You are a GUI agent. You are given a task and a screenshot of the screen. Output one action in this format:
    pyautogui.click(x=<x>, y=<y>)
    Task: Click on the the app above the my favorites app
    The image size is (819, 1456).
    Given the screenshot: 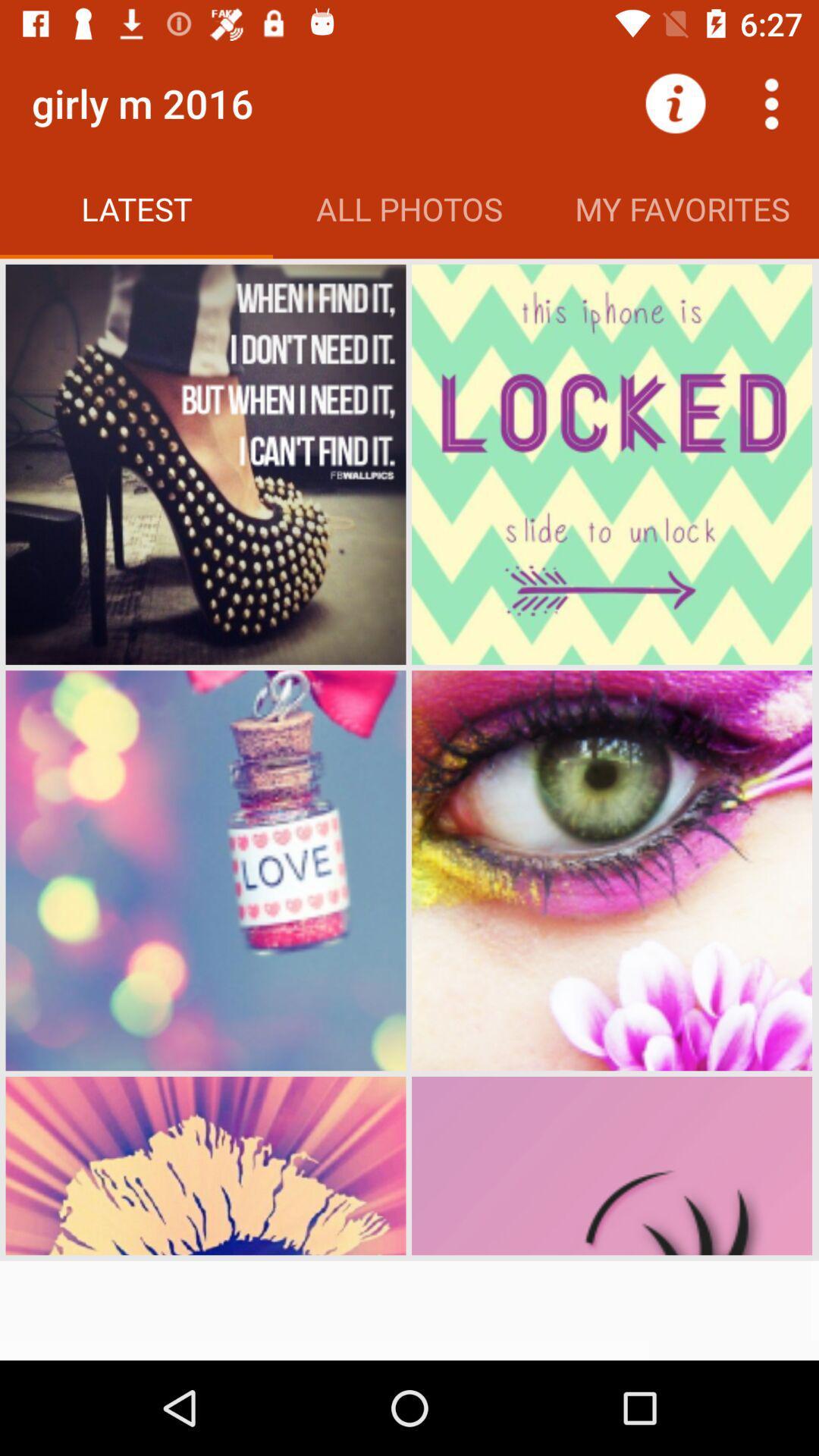 What is the action you would take?
    pyautogui.click(x=771, y=102)
    